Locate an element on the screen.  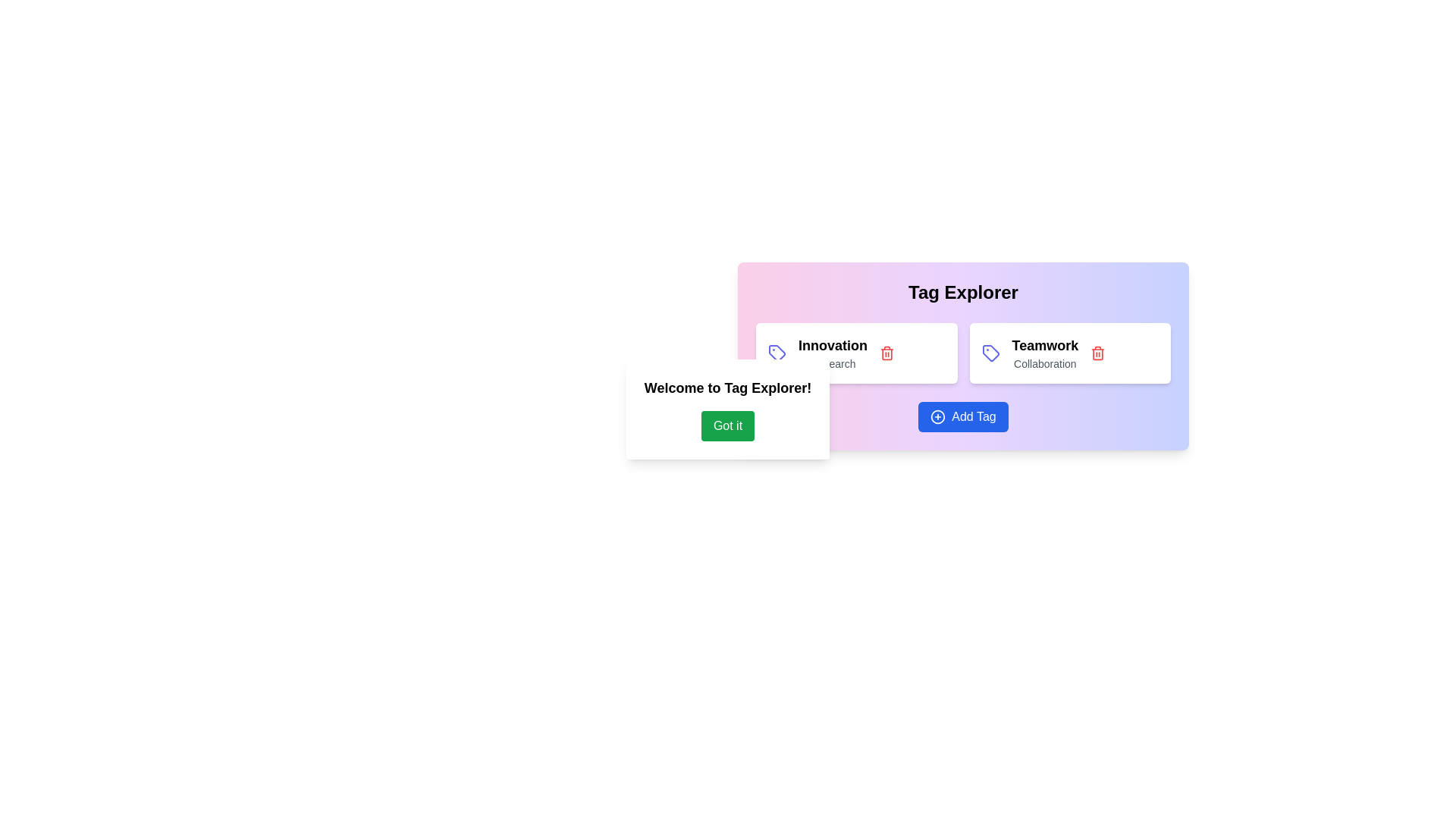
the green button labeled 'Got it' located in the lower section of the modal dialog to confirm or dismiss is located at coordinates (728, 426).